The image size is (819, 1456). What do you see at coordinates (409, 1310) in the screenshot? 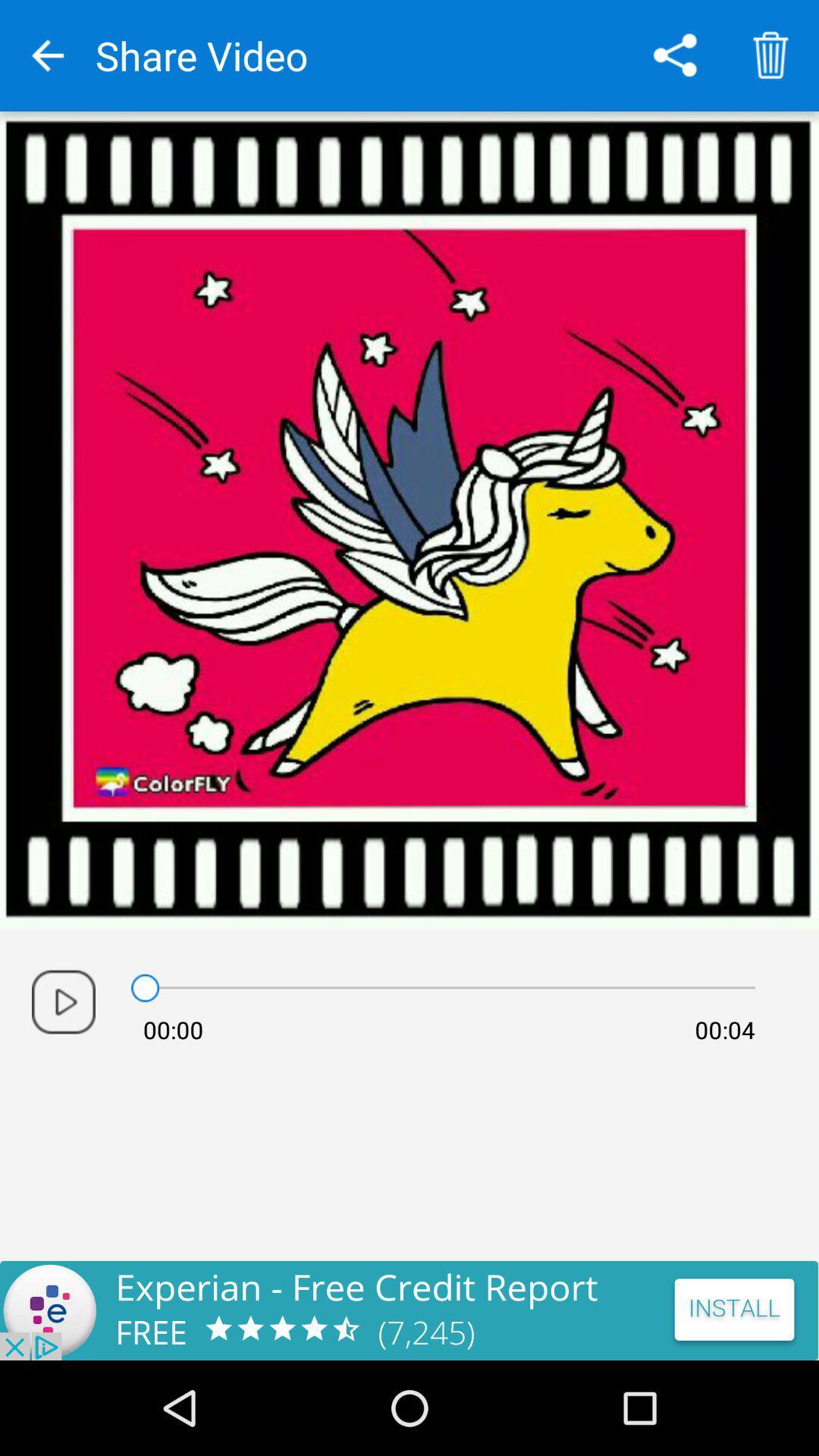
I see `flashing add` at bounding box center [409, 1310].